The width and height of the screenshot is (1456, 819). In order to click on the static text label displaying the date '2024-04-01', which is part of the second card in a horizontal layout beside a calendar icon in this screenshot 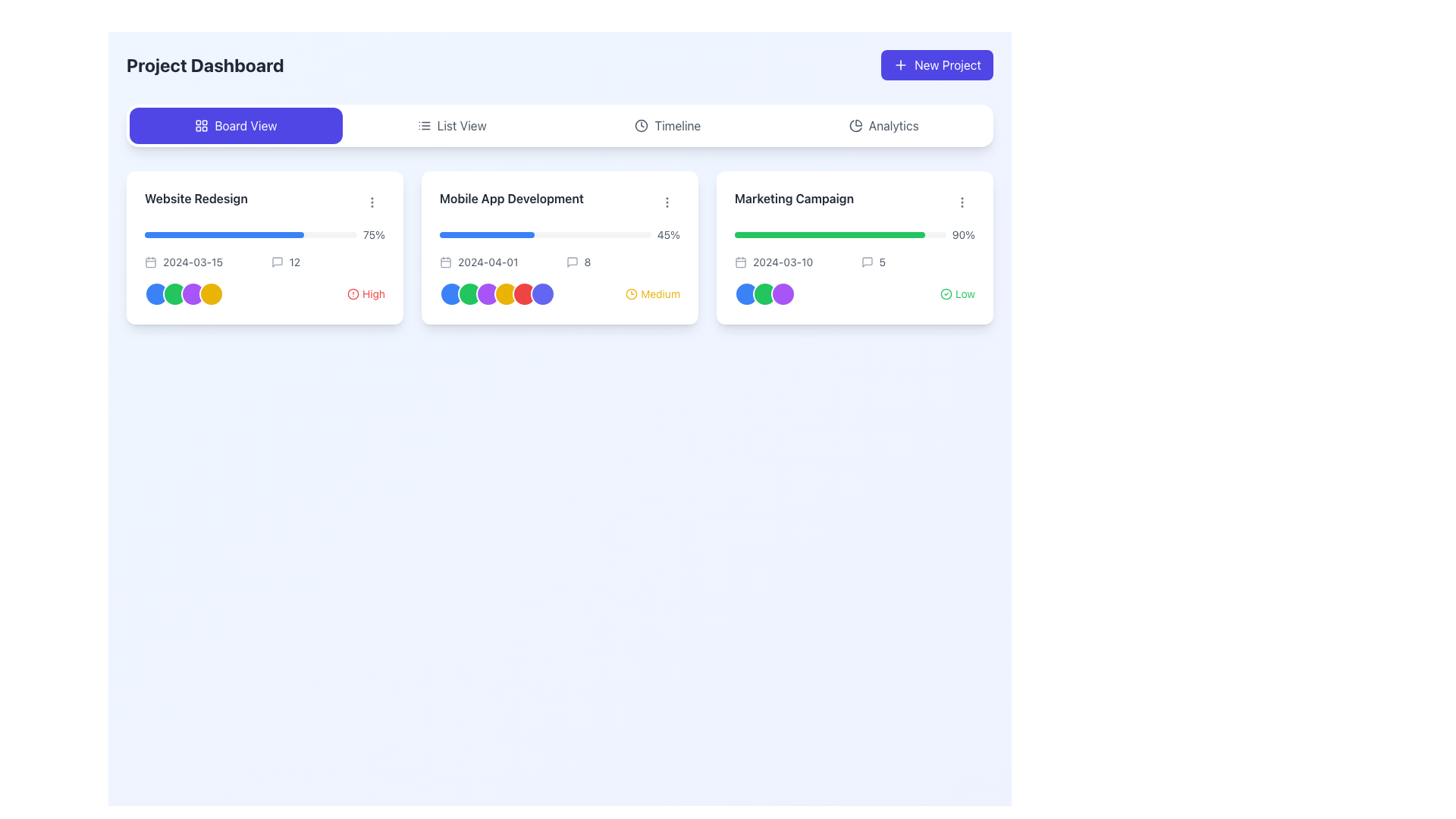, I will do `click(488, 262)`.